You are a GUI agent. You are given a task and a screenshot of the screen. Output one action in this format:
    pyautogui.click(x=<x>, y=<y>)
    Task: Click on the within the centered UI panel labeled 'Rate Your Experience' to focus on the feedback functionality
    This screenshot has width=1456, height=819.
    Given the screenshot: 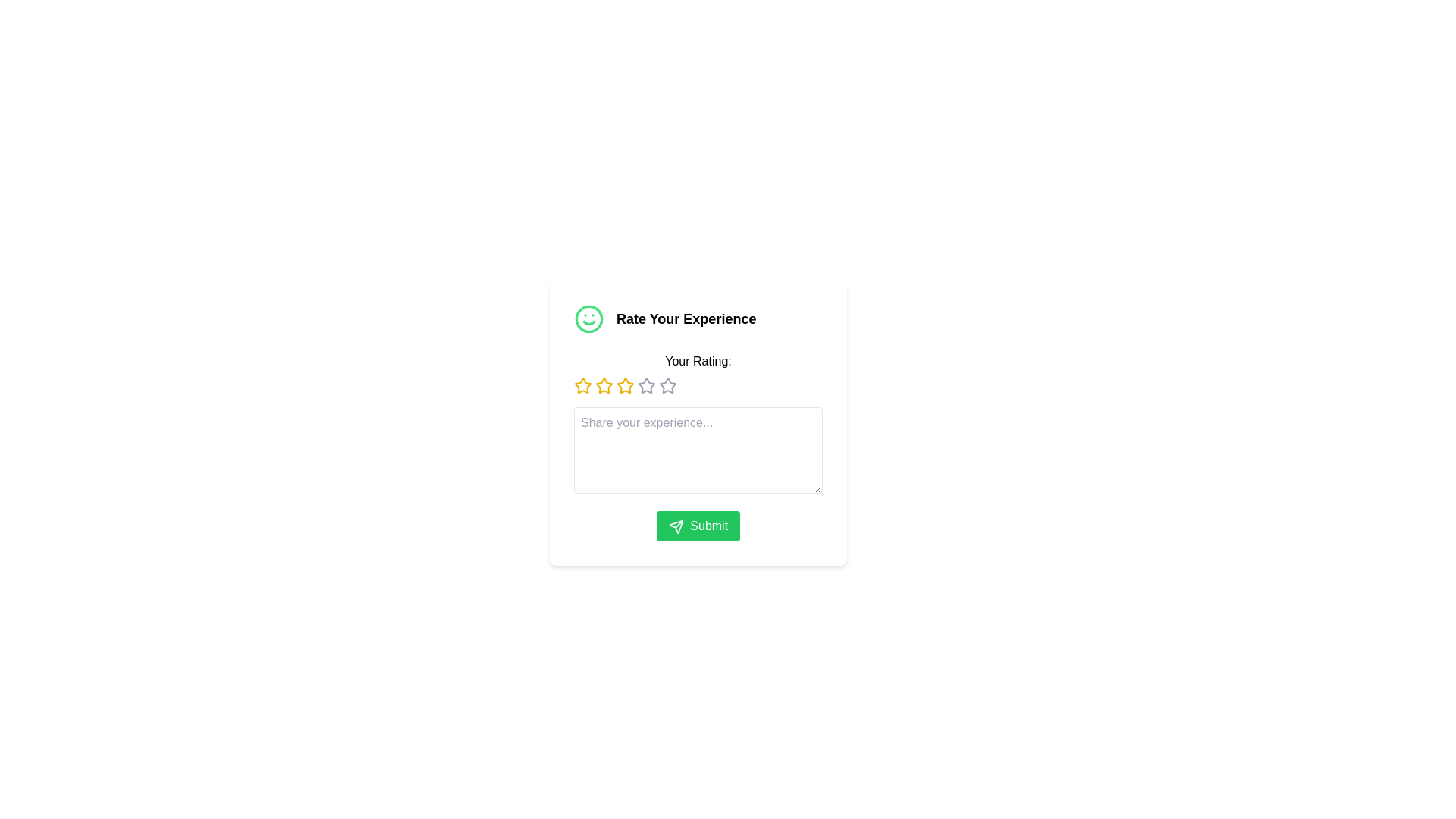 What is the action you would take?
    pyautogui.click(x=698, y=422)
    